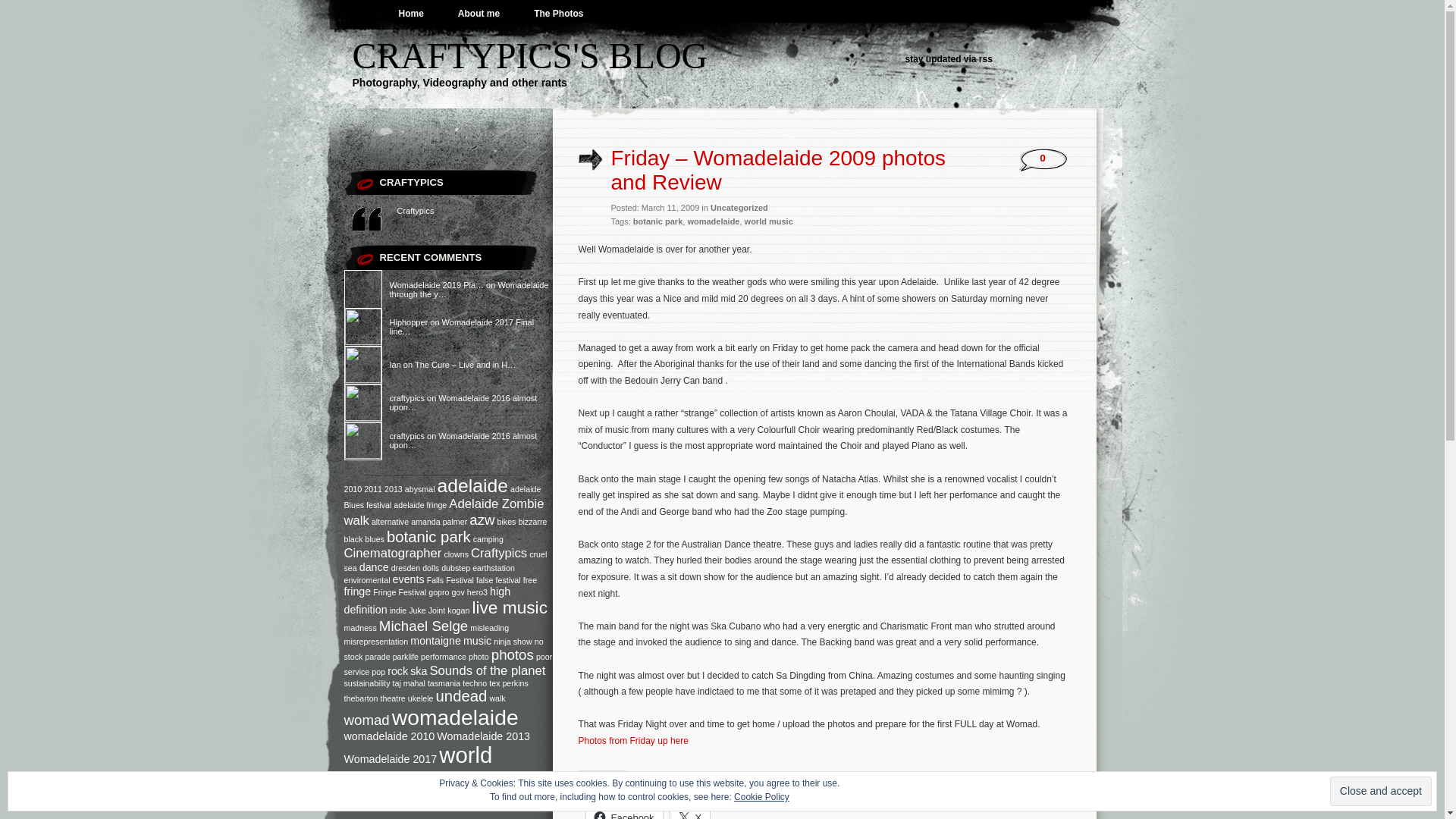 This screenshot has height=819, width=1456. Describe the element at coordinates (489, 628) in the screenshot. I see `'misleading'` at that location.